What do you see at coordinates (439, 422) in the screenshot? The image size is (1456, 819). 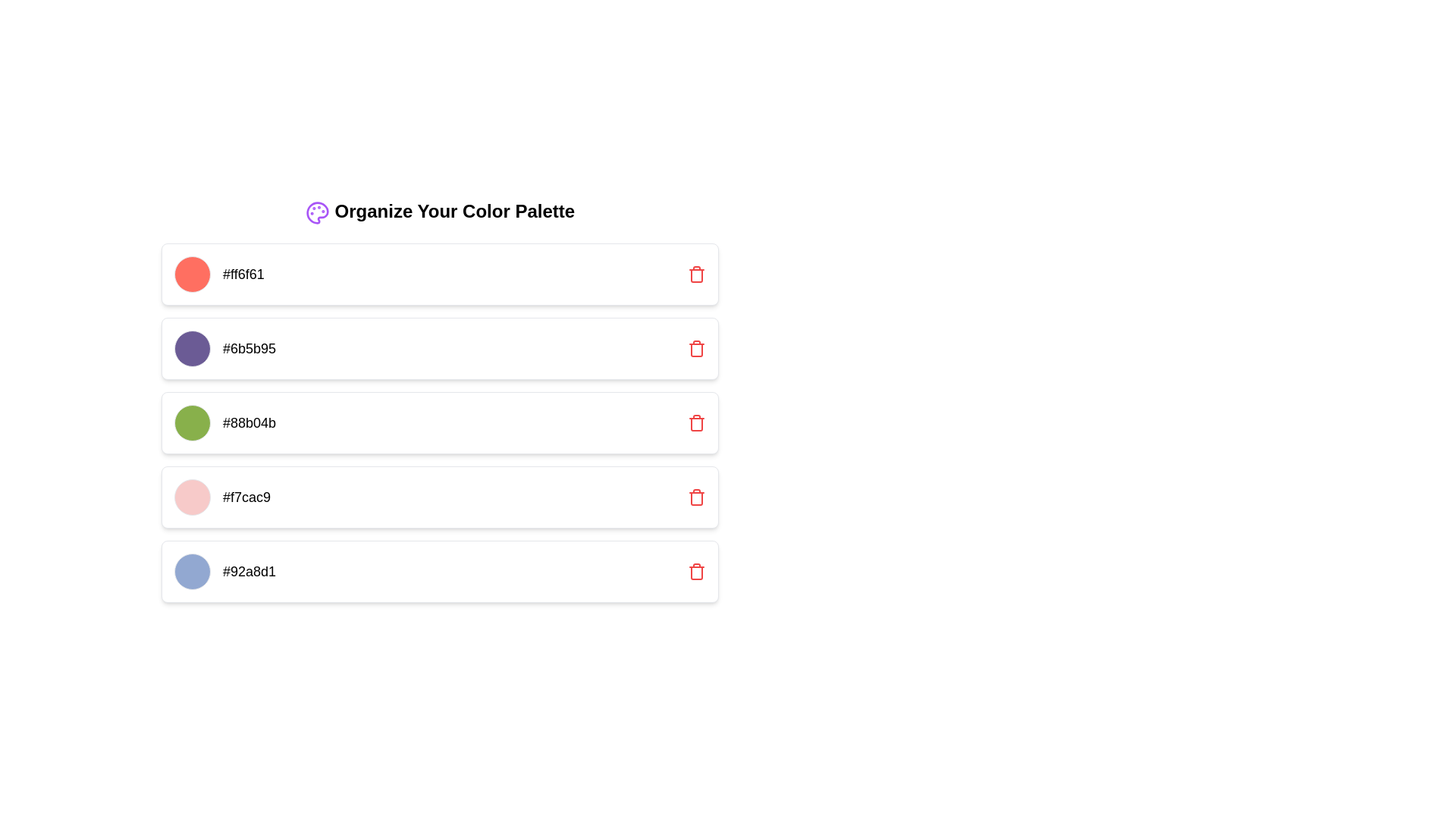 I see `the third item in the vertical list of colored elements, which visually represents a color in the palette manager` at bounding box center [439, 422].